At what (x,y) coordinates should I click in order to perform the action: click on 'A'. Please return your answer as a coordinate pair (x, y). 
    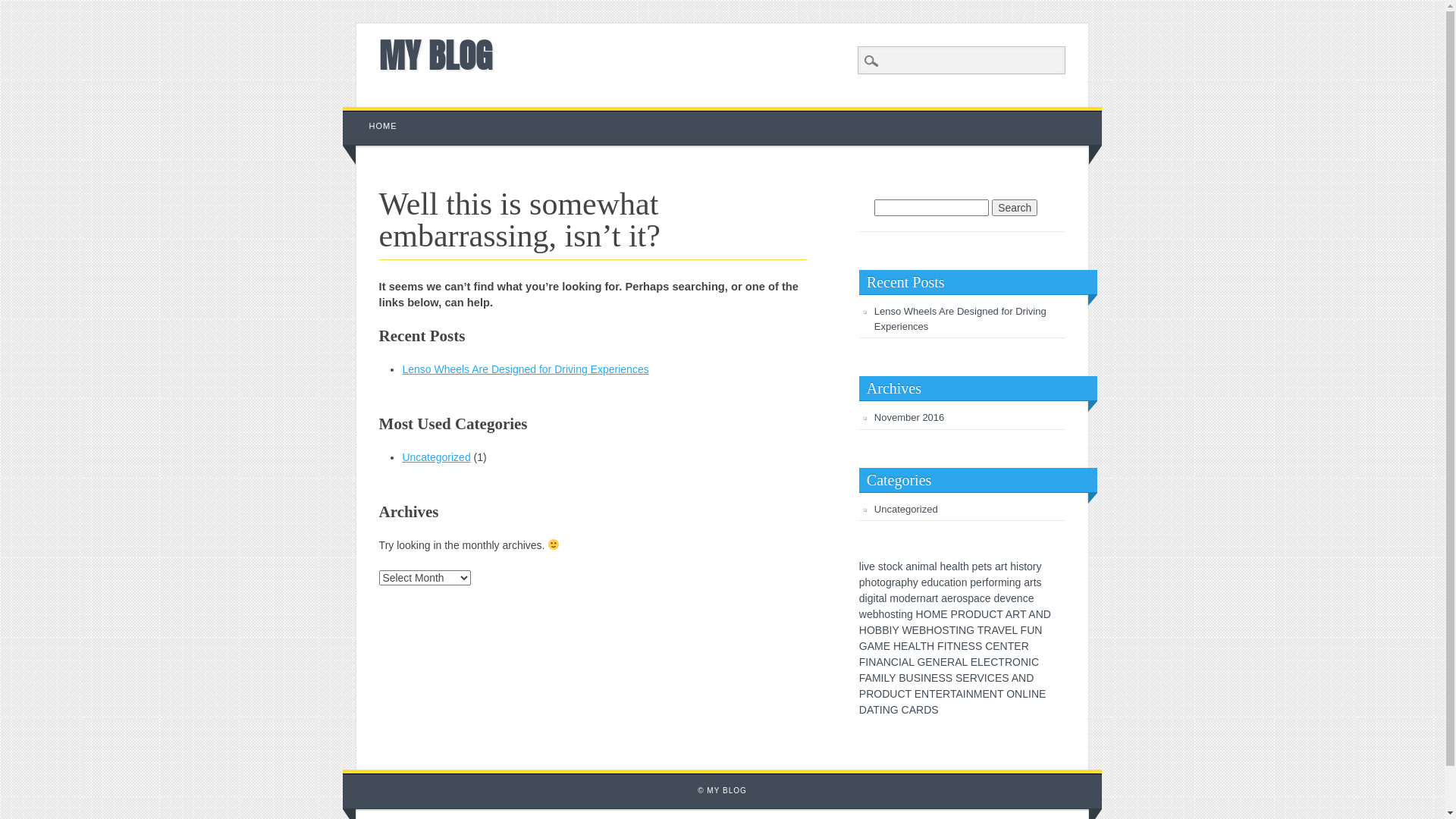
    Looking at the image, I should click on (879, 661).